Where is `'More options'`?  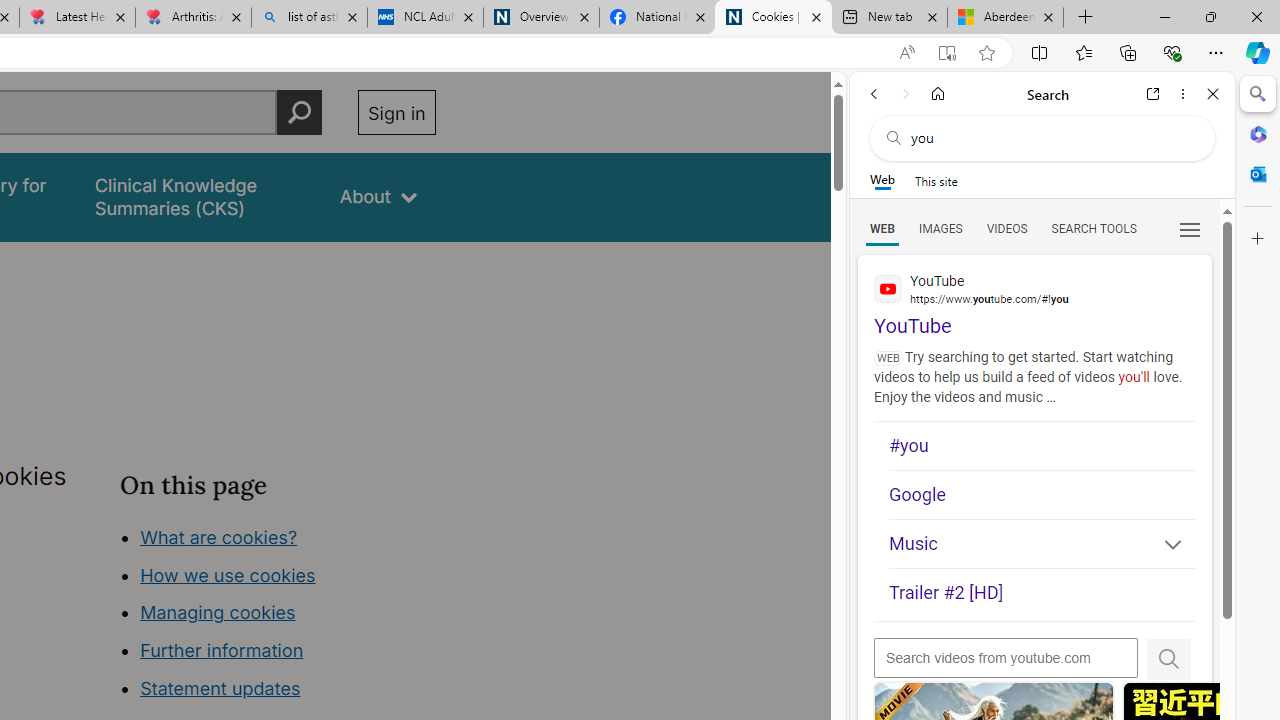
'More options' is located at coordinates (1182, 93).